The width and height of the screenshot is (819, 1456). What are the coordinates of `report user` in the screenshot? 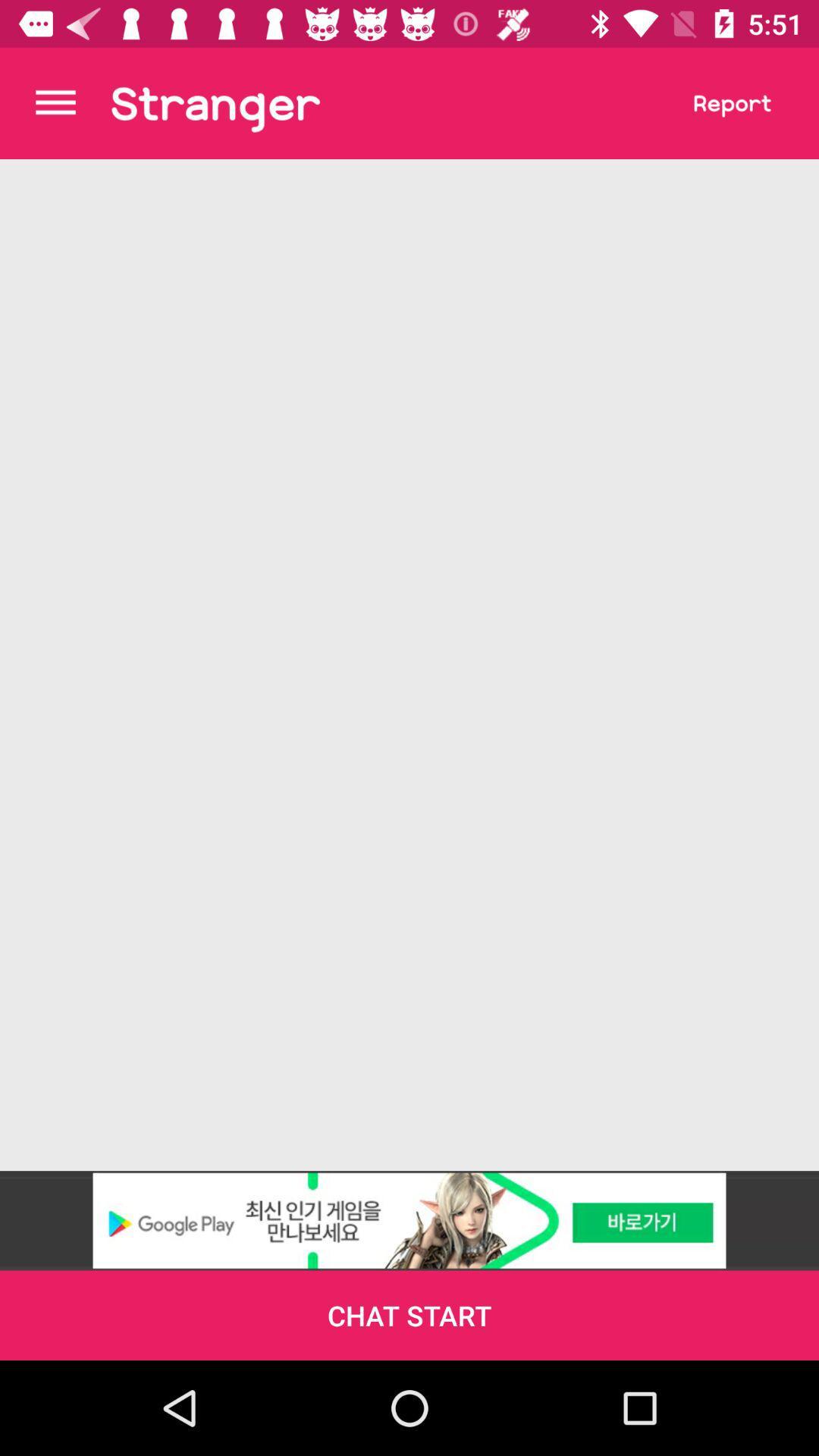 It's located at (732, 102).